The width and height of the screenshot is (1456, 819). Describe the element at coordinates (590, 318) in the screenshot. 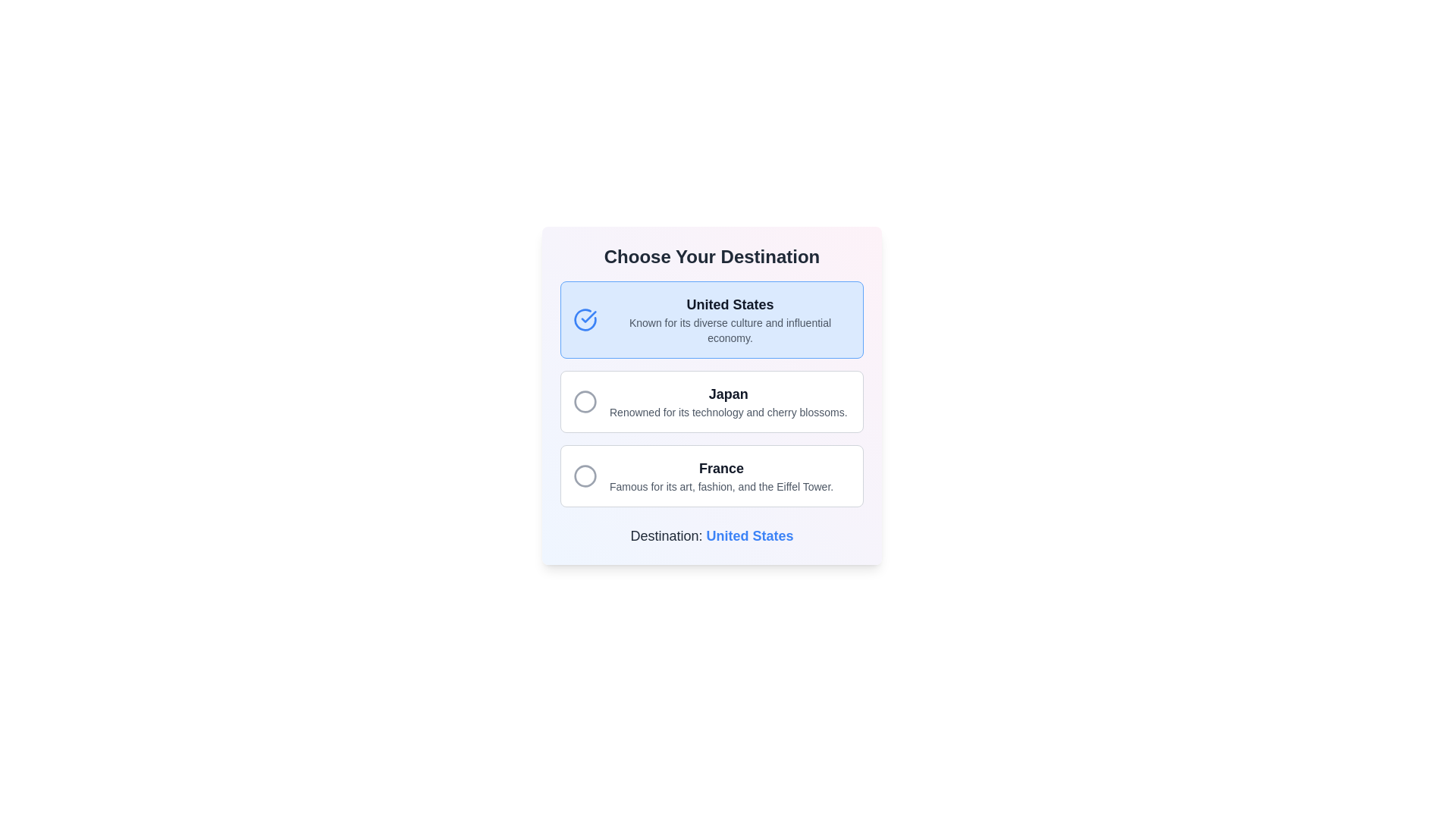

I see `the graphical indicator marking the 'United States' option in the choice menu to visually confirm selection` at that location.